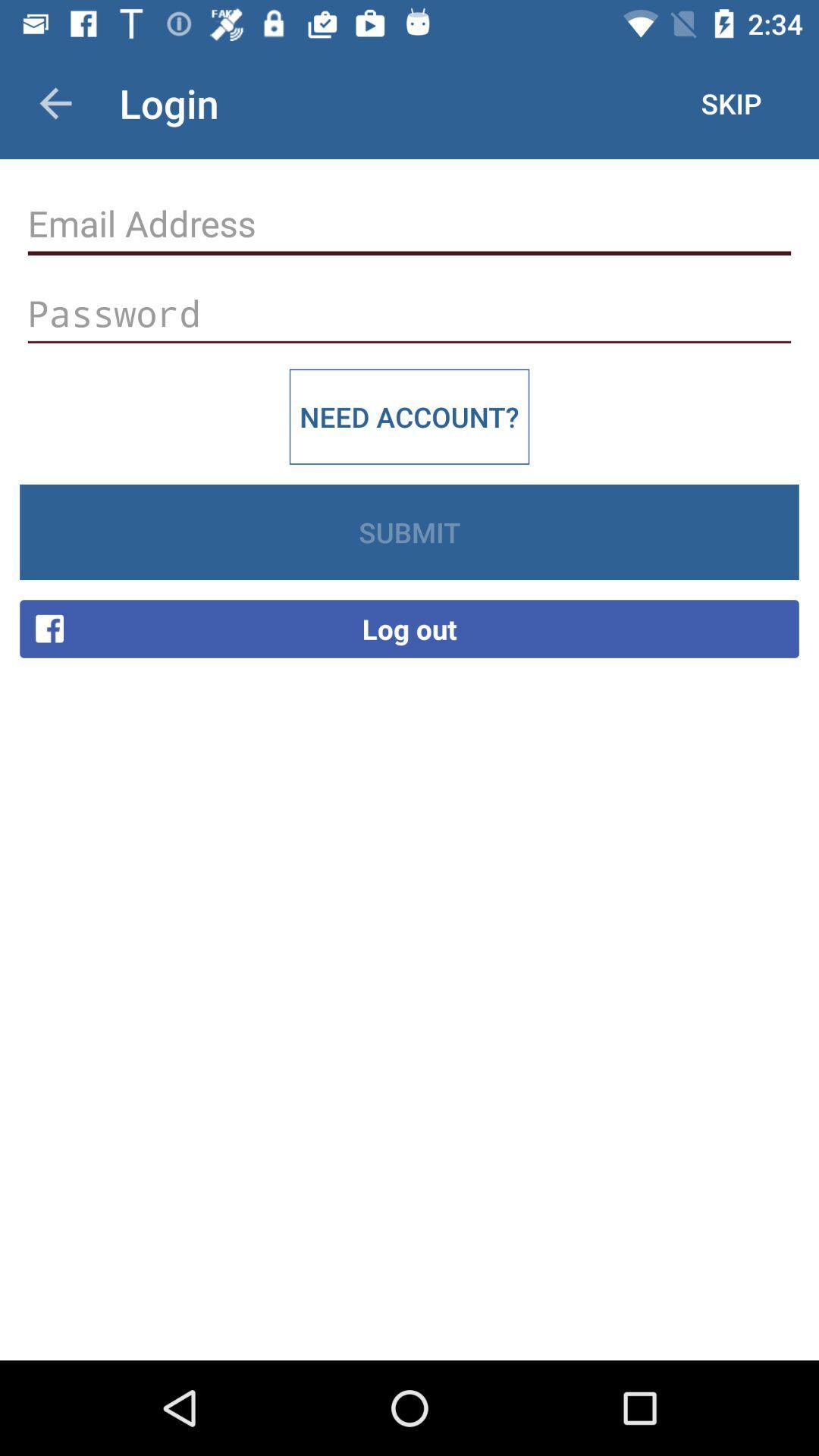  What do you see at coordinates (409, 312) in the screenshot?
I see `item above the need account? item` at bounding box center [409, 312].